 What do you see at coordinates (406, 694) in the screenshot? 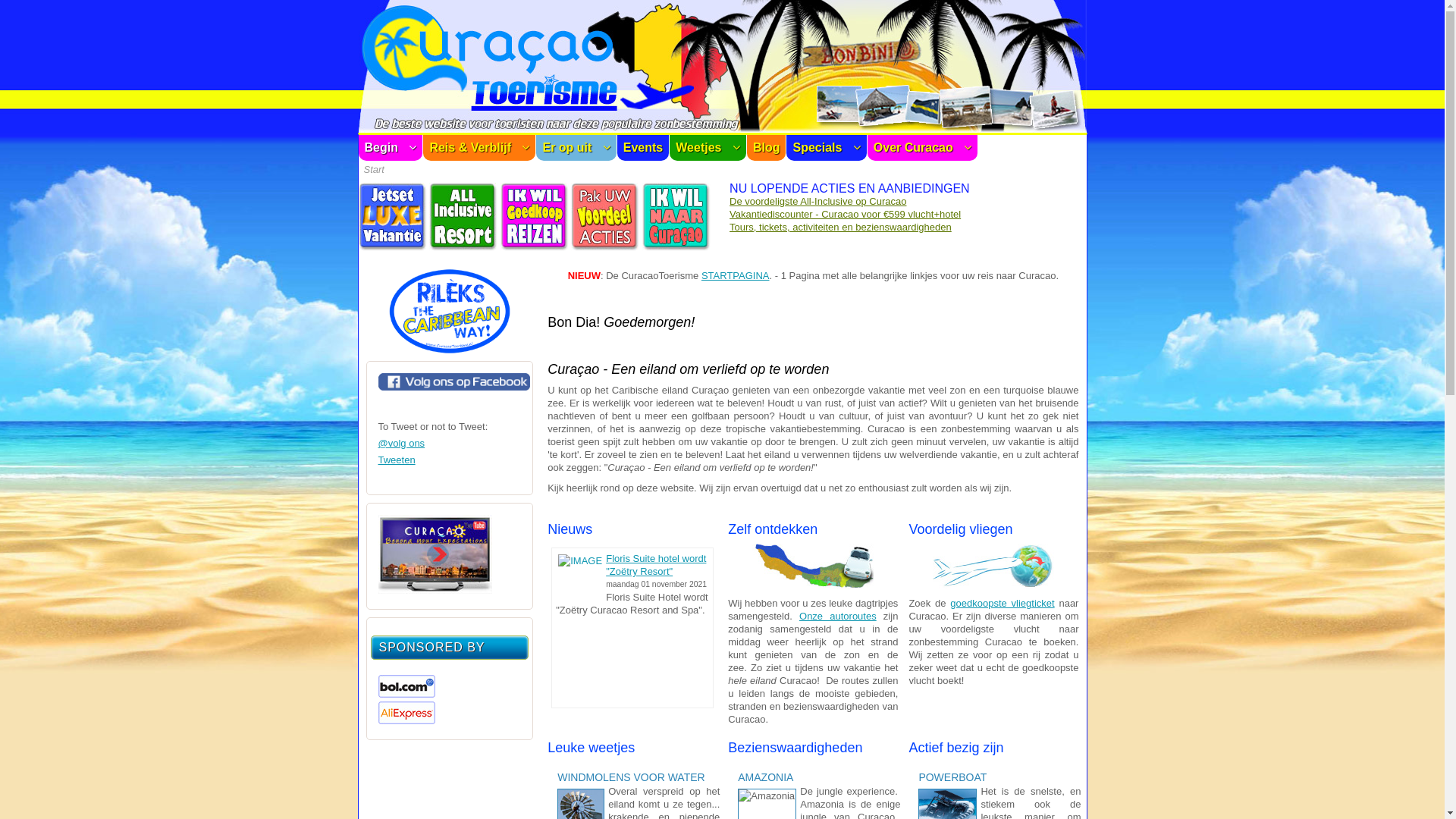
I see `'Direct naar de website van BOL.com'` at bounding box center [406, 694].